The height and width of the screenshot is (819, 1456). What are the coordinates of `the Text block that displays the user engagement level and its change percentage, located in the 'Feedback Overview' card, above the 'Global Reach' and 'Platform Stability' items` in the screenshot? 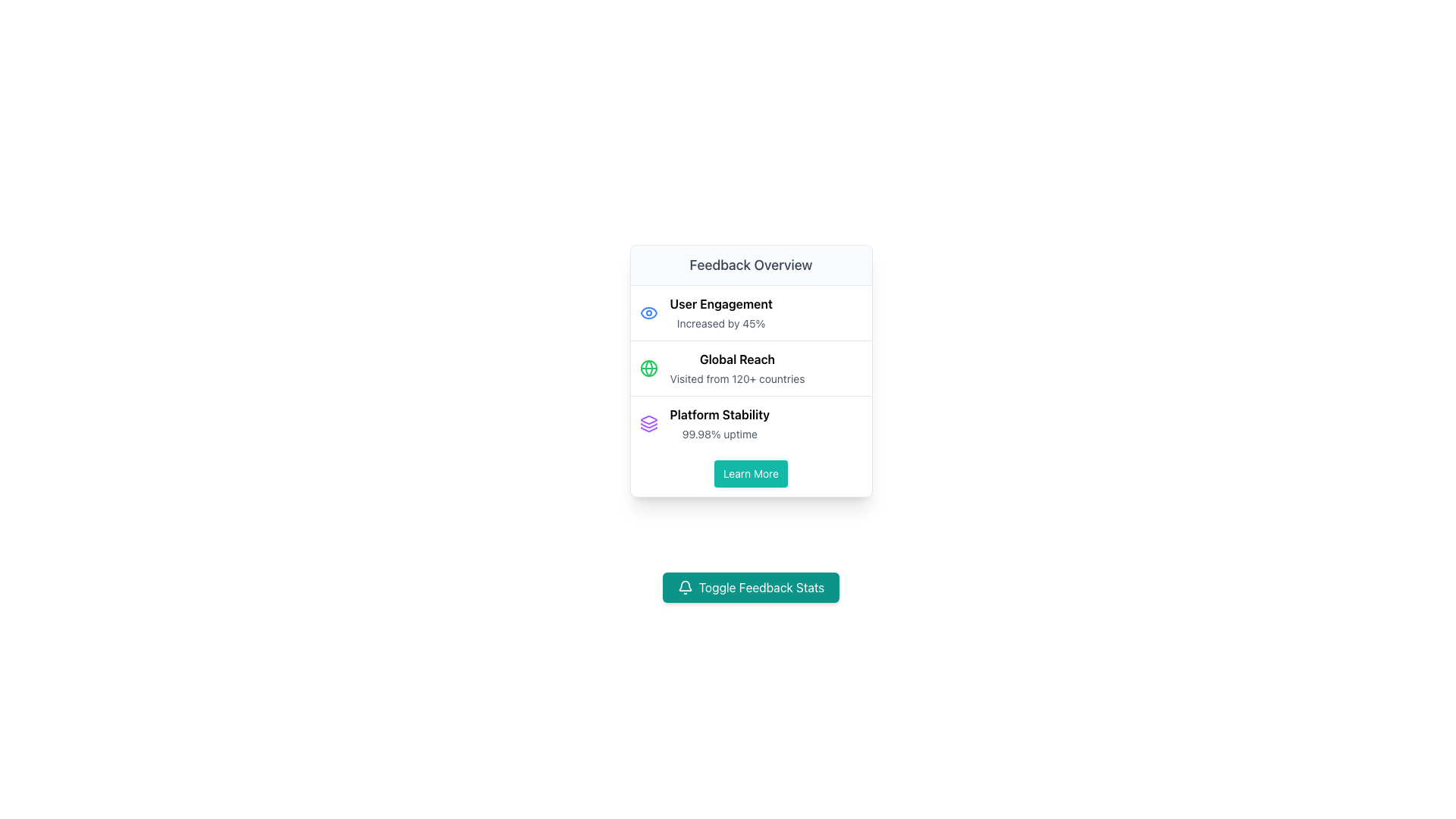 It's located at (720, 312).